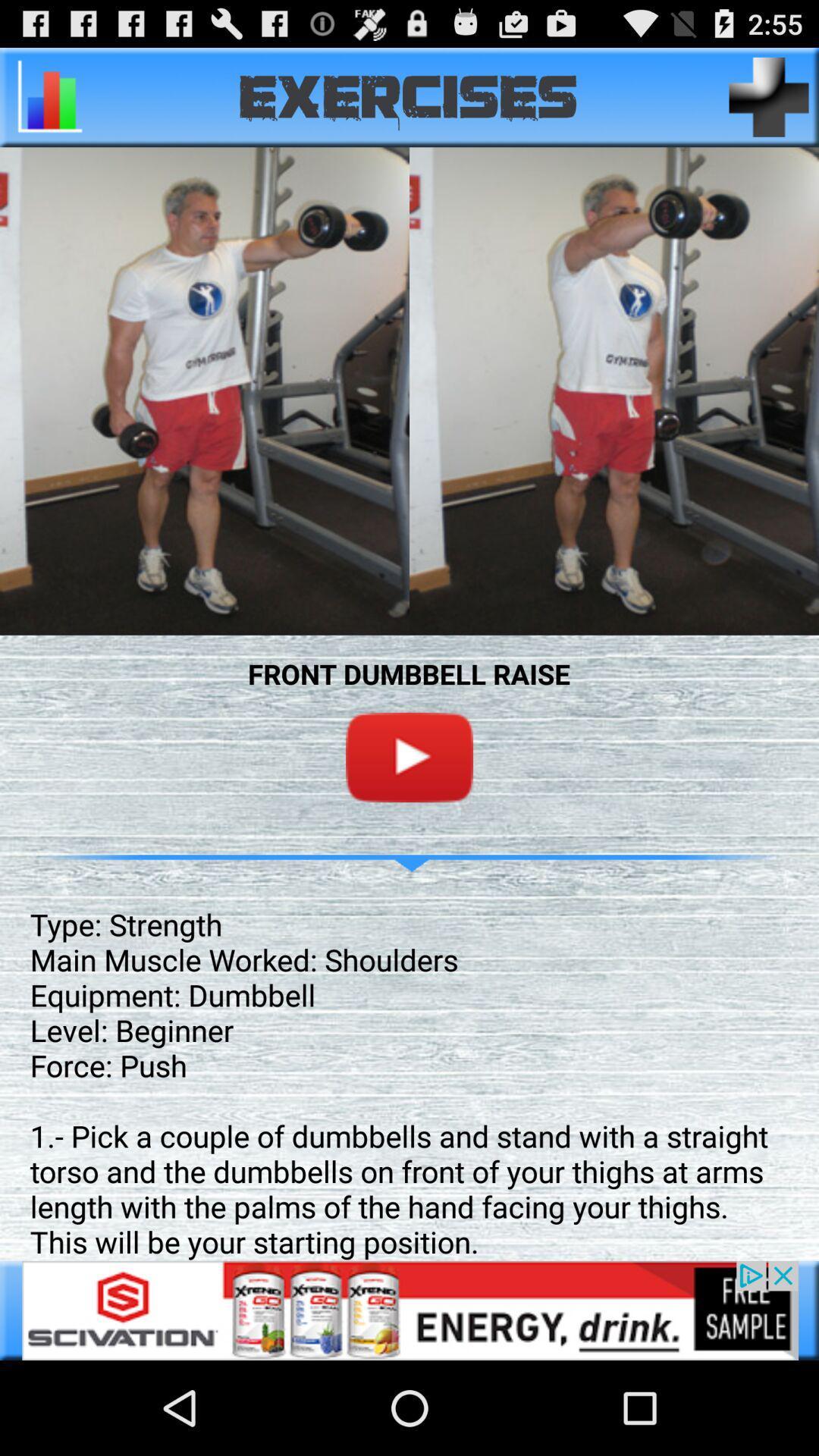  I want to click on the add icon, so click(769, 103).